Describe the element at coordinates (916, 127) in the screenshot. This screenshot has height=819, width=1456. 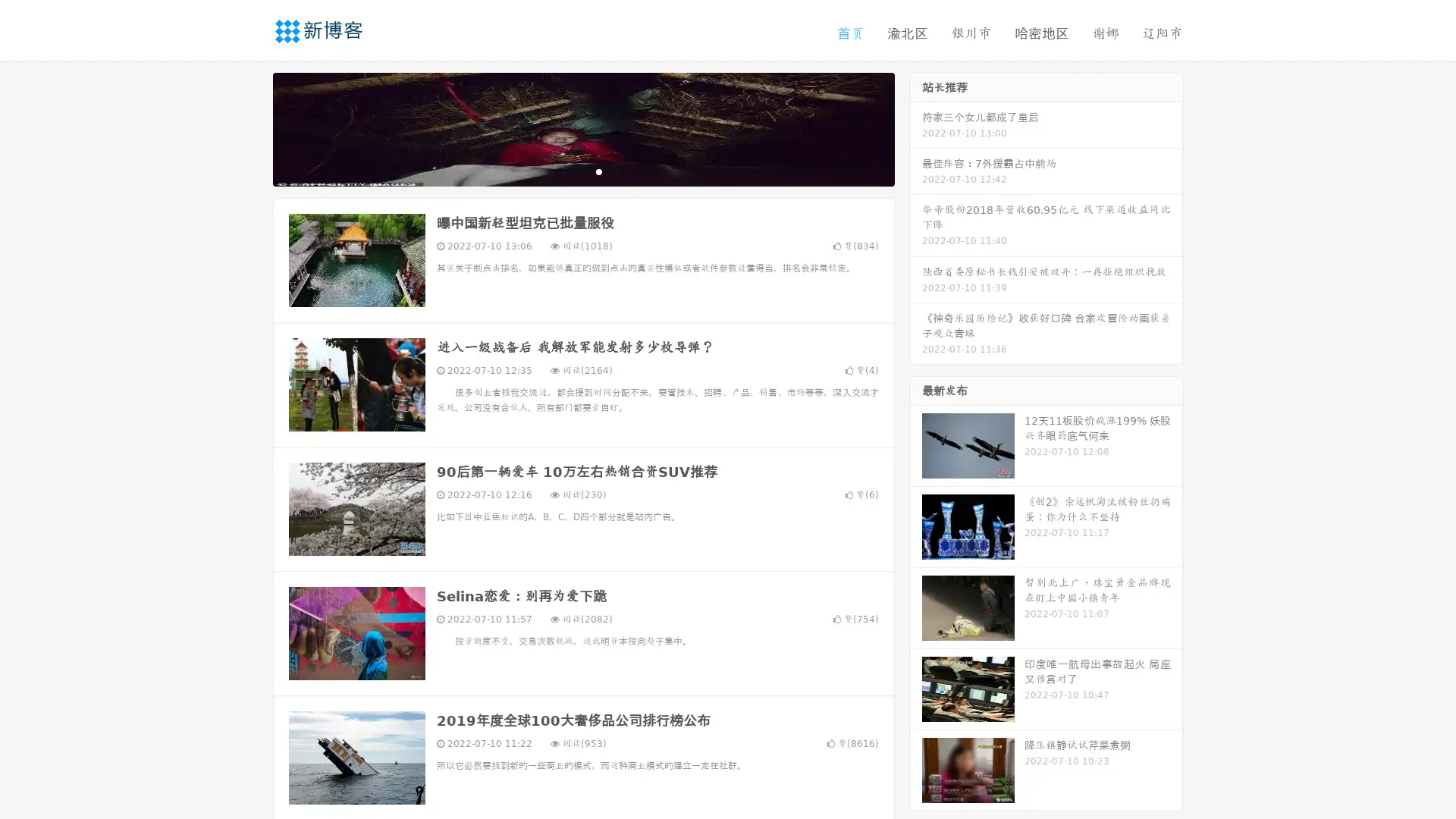
I see `Next slide` at that location.